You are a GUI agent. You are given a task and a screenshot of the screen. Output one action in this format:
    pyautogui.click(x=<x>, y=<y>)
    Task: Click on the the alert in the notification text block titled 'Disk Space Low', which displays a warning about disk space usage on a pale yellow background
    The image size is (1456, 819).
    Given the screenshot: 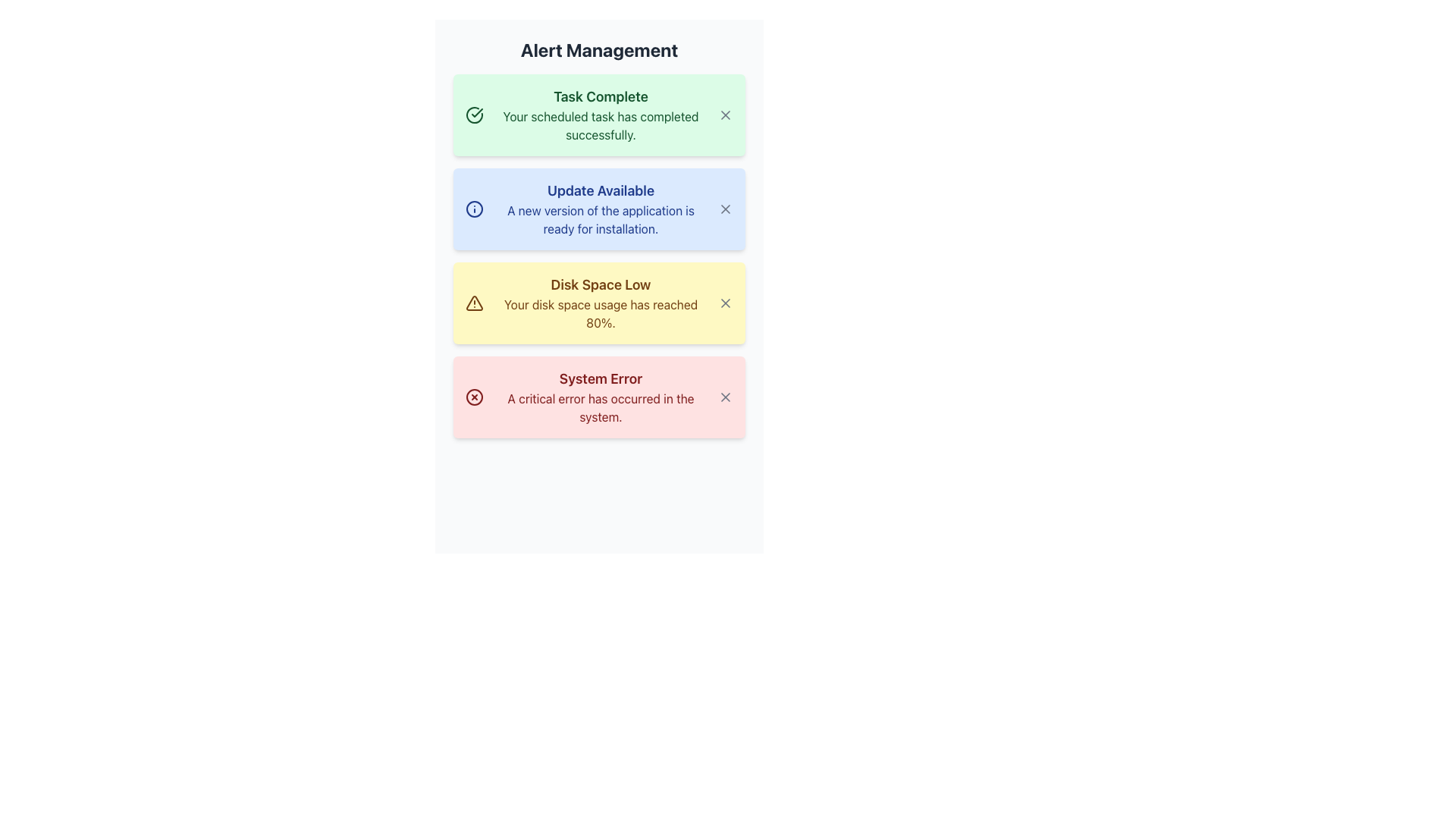 What is the action you would take?
    pyautogui.click(x=600, y=303)
    